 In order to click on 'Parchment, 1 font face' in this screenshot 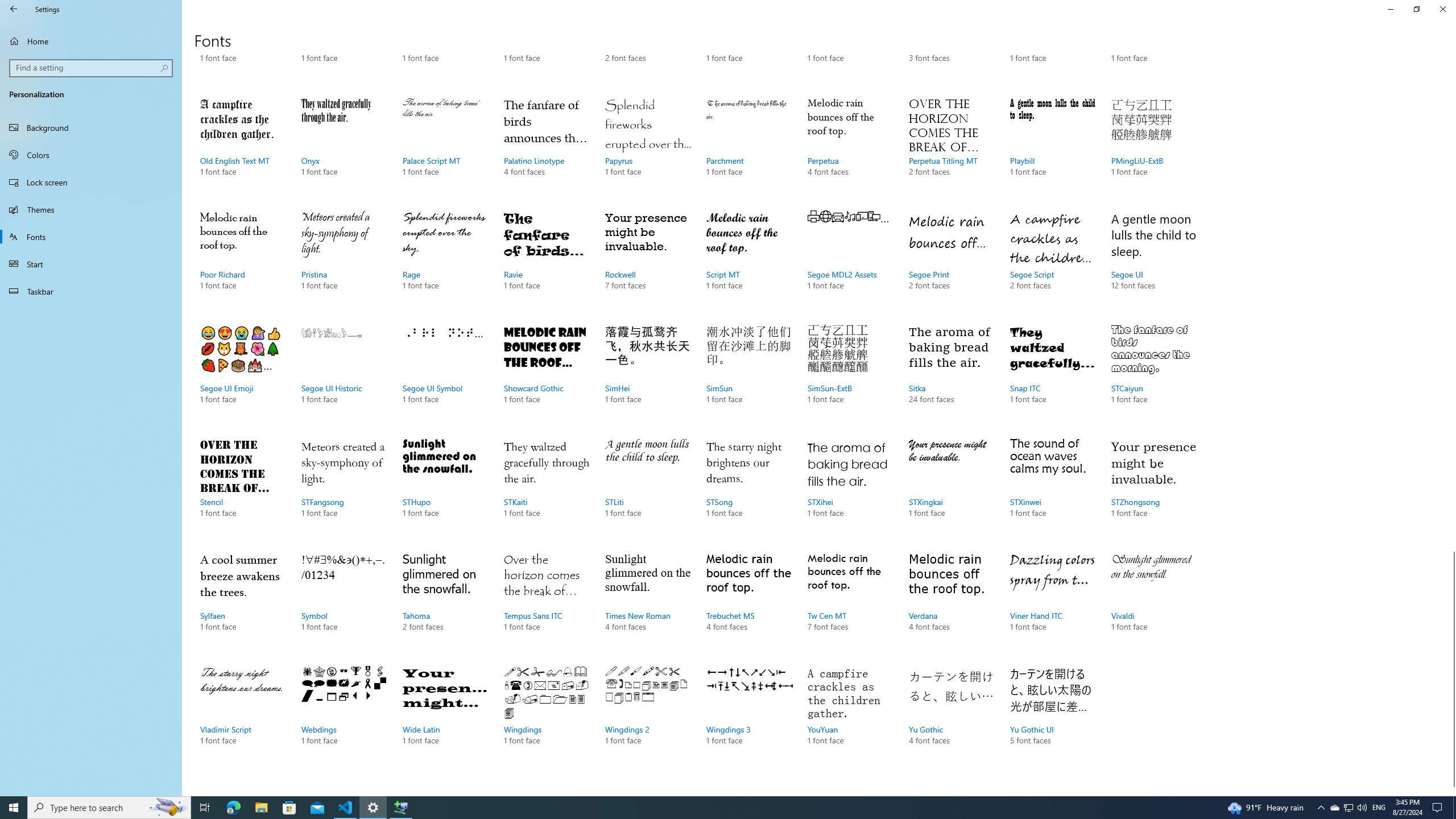, I will do `click(748, 148)`.